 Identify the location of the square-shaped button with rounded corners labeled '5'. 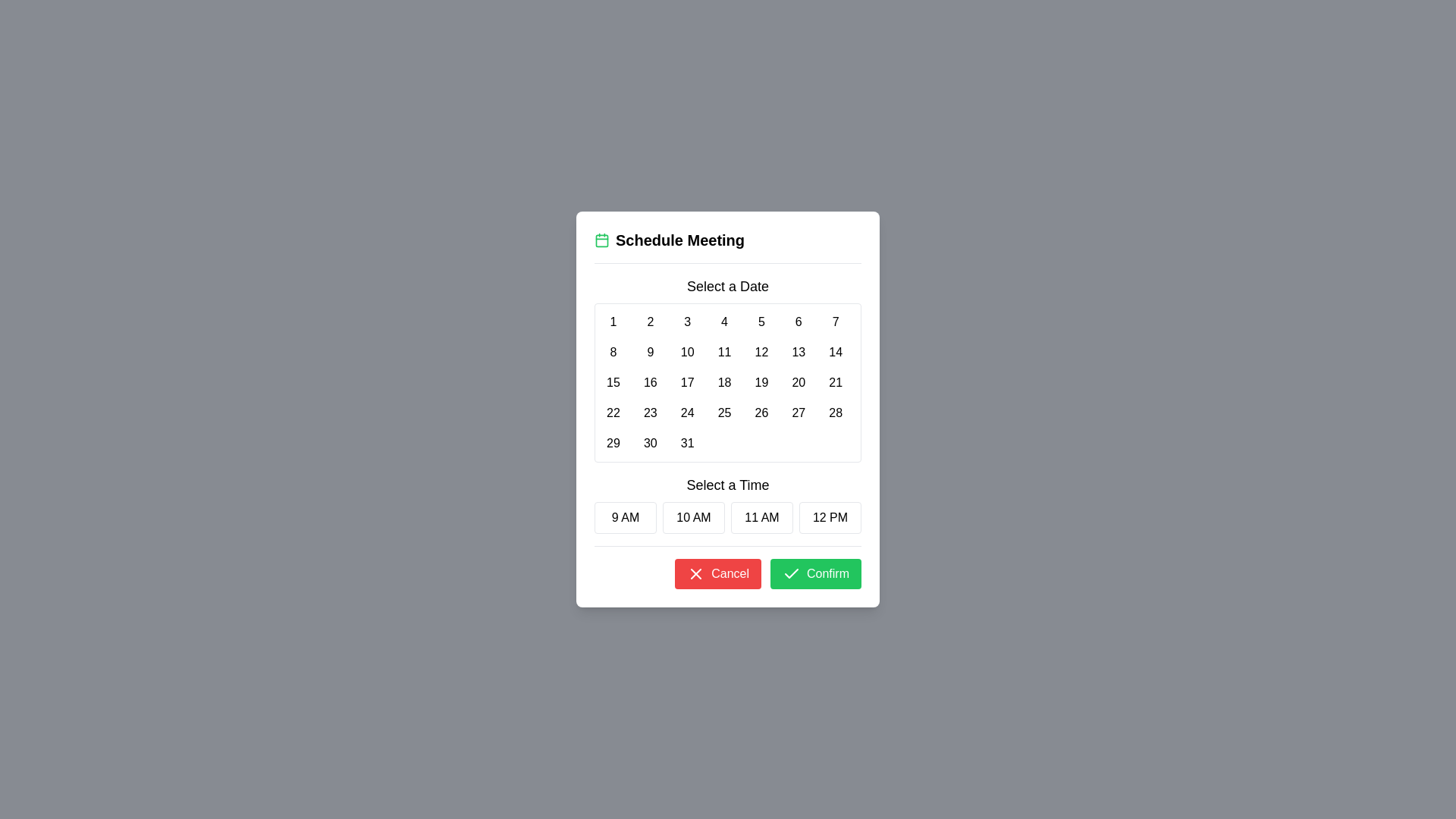
(761, 321).